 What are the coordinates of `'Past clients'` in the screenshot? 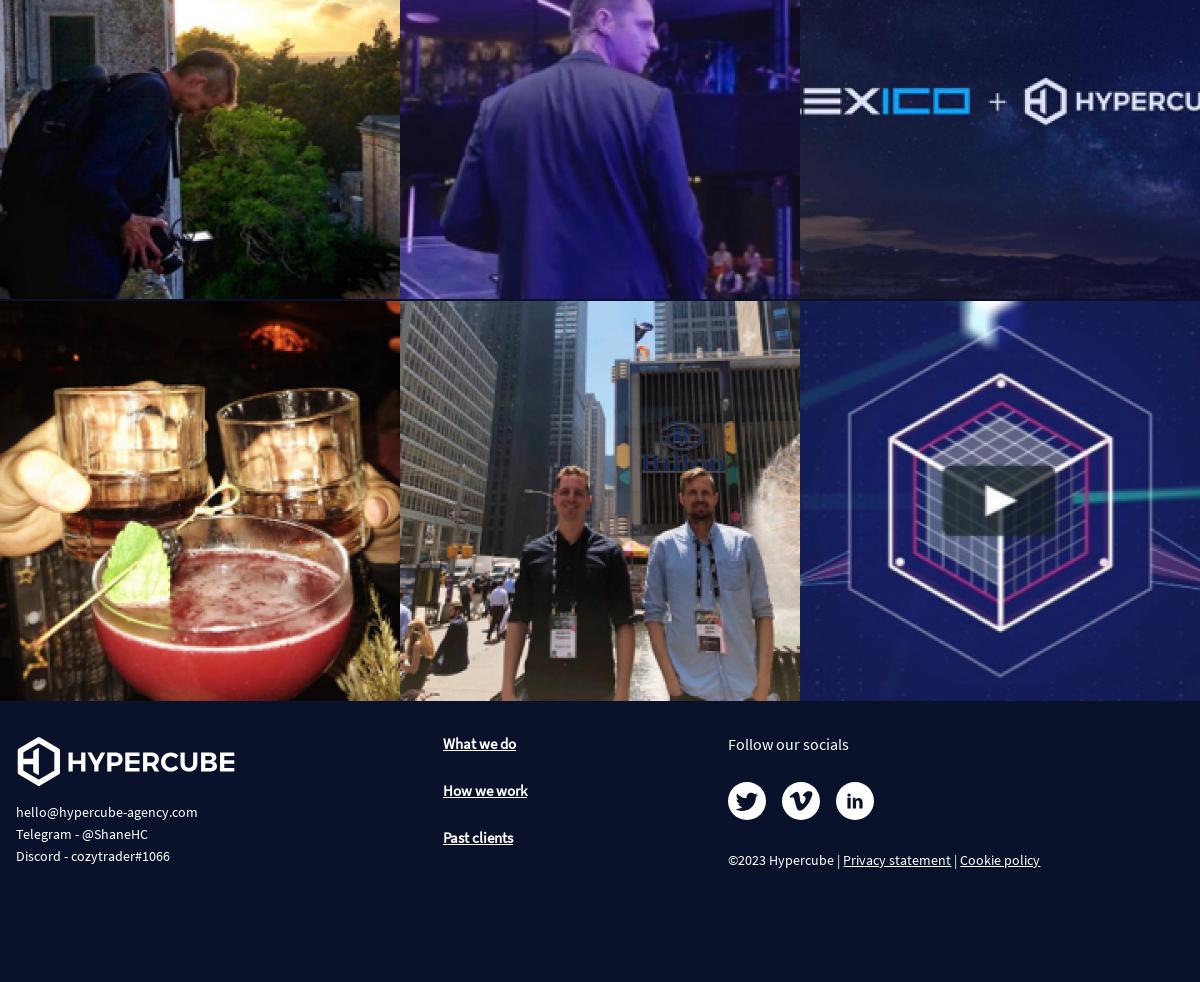 It's located at (476, 837).